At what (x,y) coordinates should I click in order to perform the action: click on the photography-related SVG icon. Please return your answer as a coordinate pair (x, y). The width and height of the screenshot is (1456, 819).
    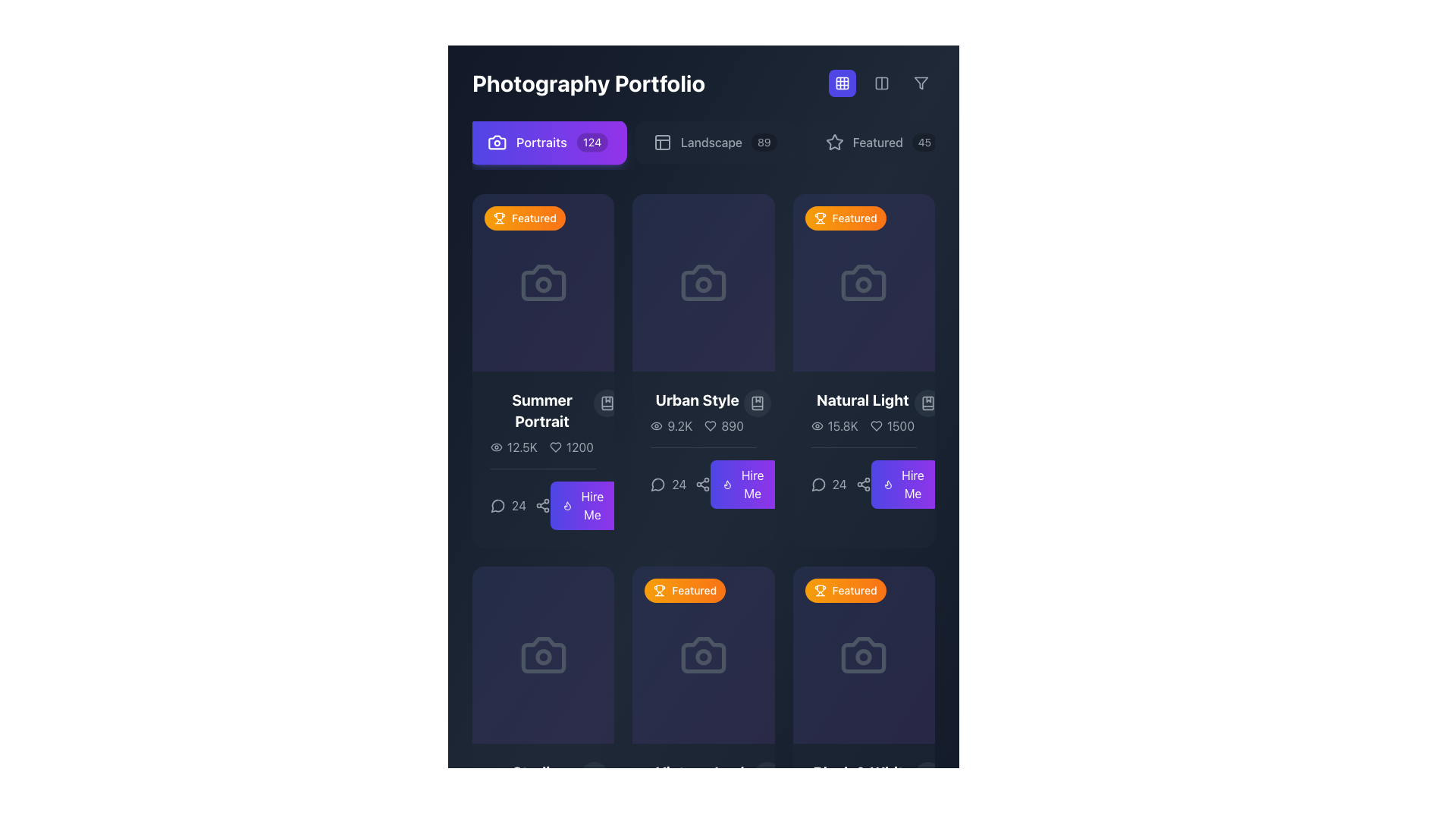
    Looking at the image, I should click on (543, 654).